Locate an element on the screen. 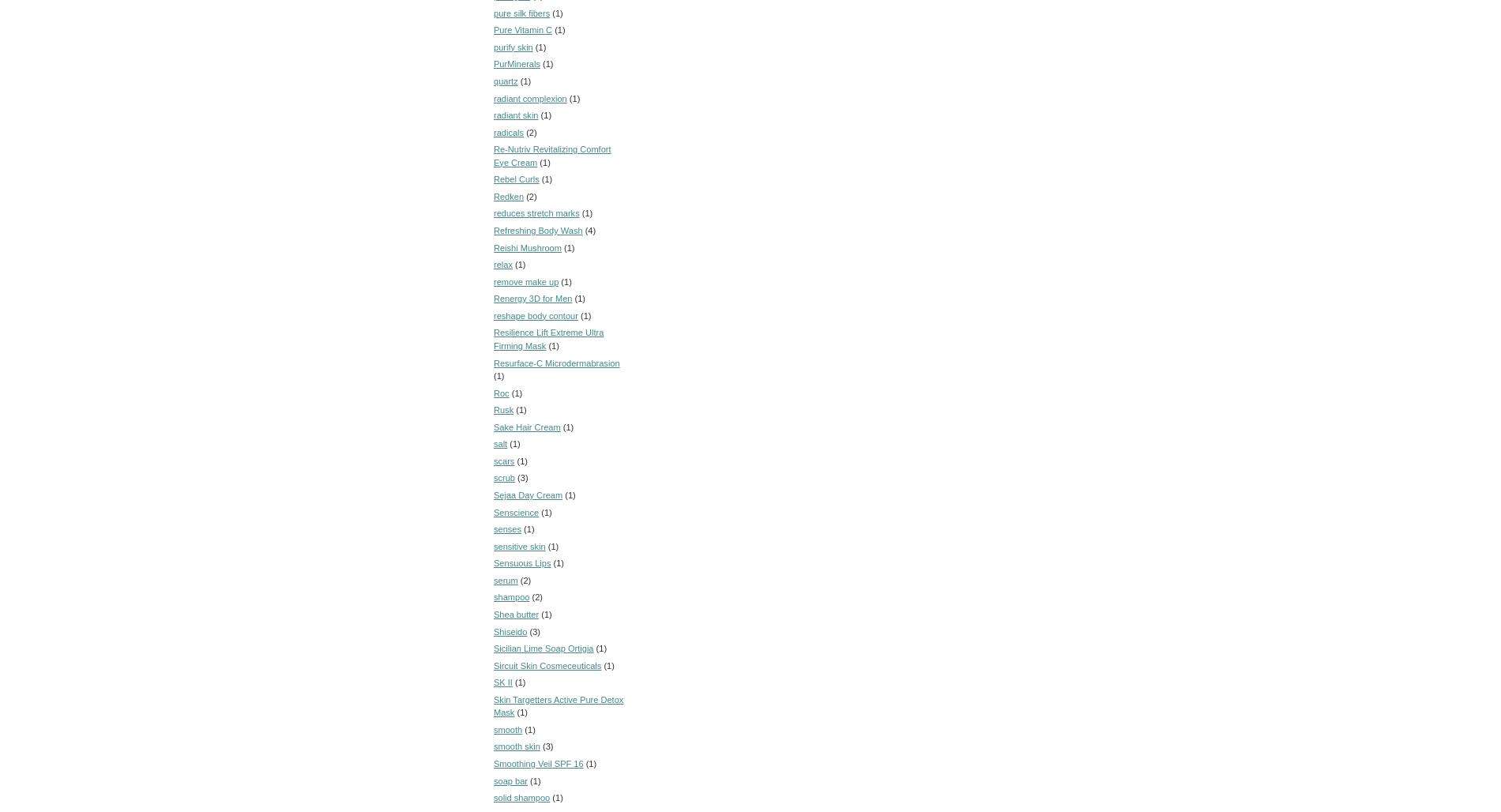 The image size is (1501, 812). 'Sensuous Lips' is located at coordinates (522, 562).